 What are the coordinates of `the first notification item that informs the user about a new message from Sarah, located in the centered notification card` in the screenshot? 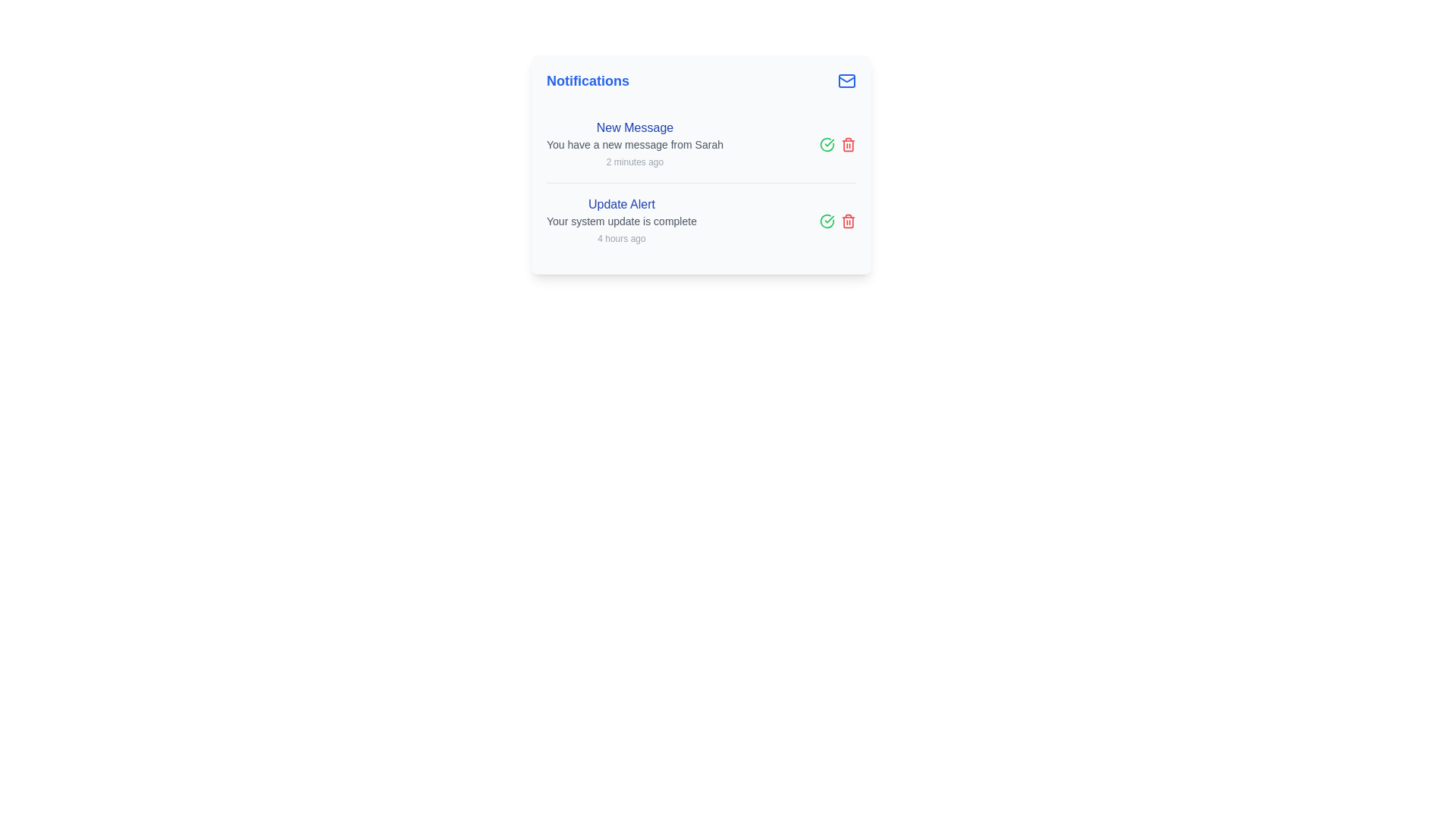 It's located at (701, 145).